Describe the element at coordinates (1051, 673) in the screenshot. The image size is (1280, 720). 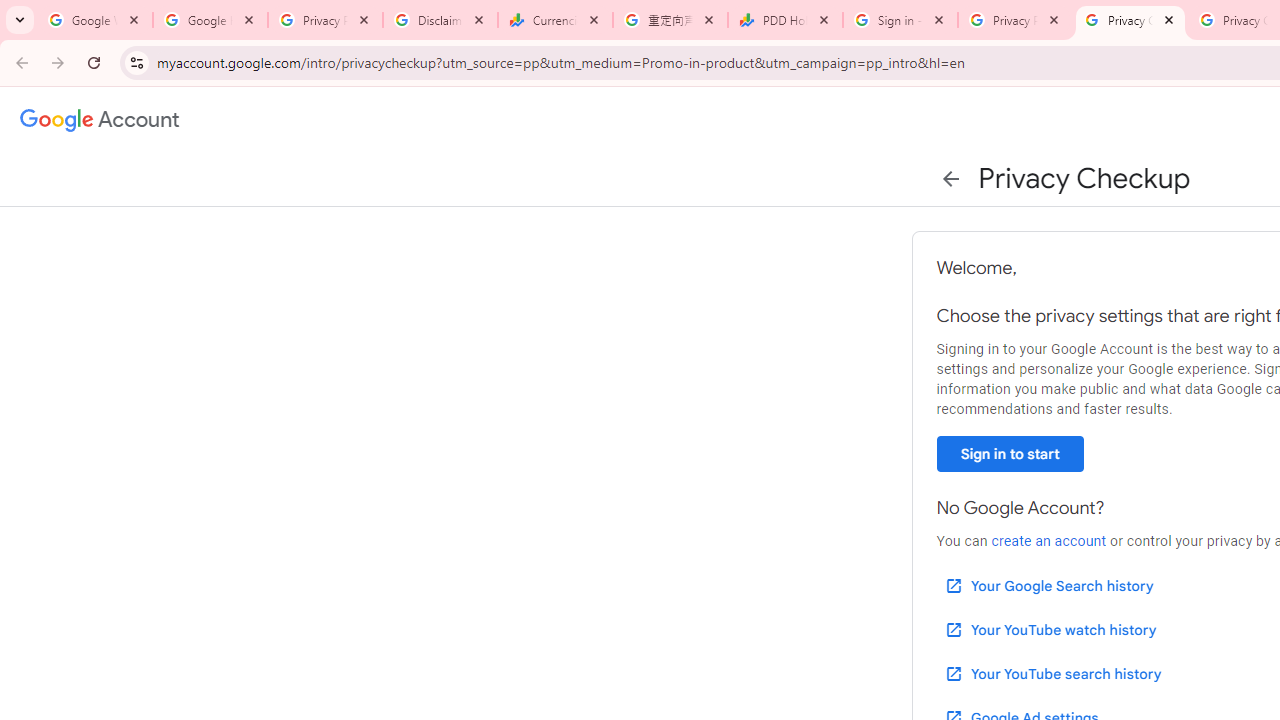
I see `'Your YouTube search history'` at that location.